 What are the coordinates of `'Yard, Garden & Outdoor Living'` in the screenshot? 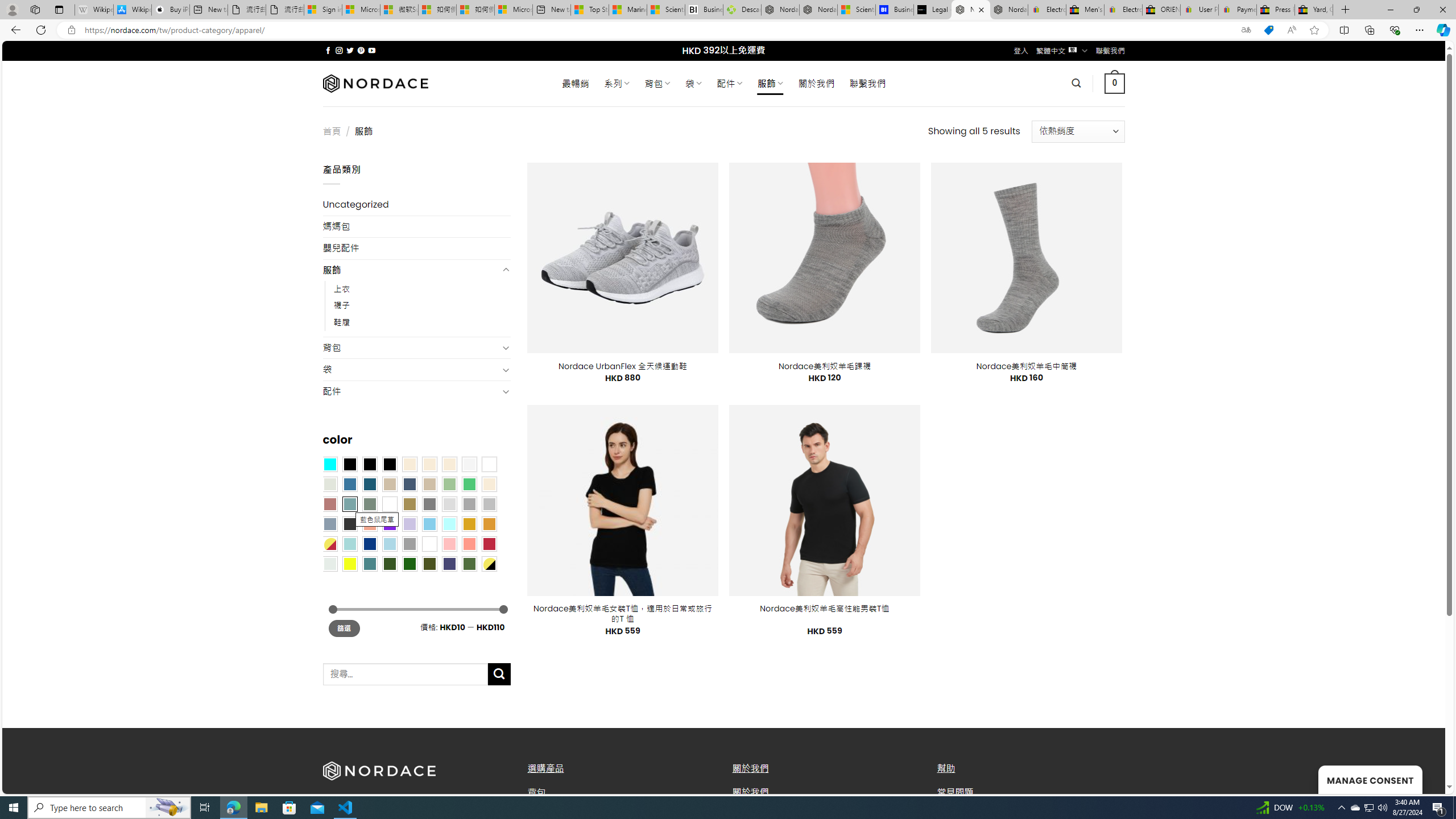 It's located at (1314, 9).